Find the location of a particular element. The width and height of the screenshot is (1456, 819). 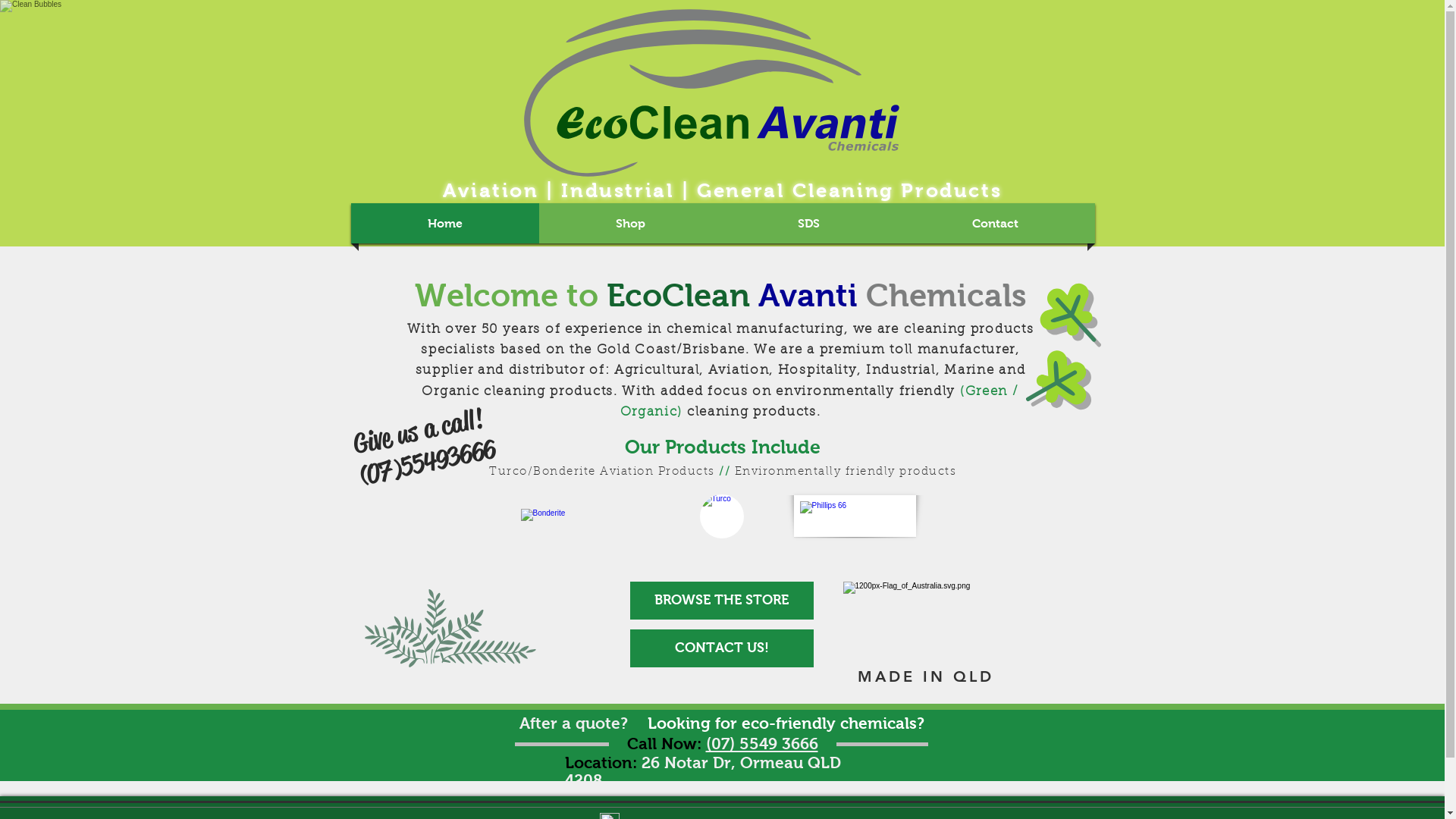

'SDS' is located at coordinates (807, 223).